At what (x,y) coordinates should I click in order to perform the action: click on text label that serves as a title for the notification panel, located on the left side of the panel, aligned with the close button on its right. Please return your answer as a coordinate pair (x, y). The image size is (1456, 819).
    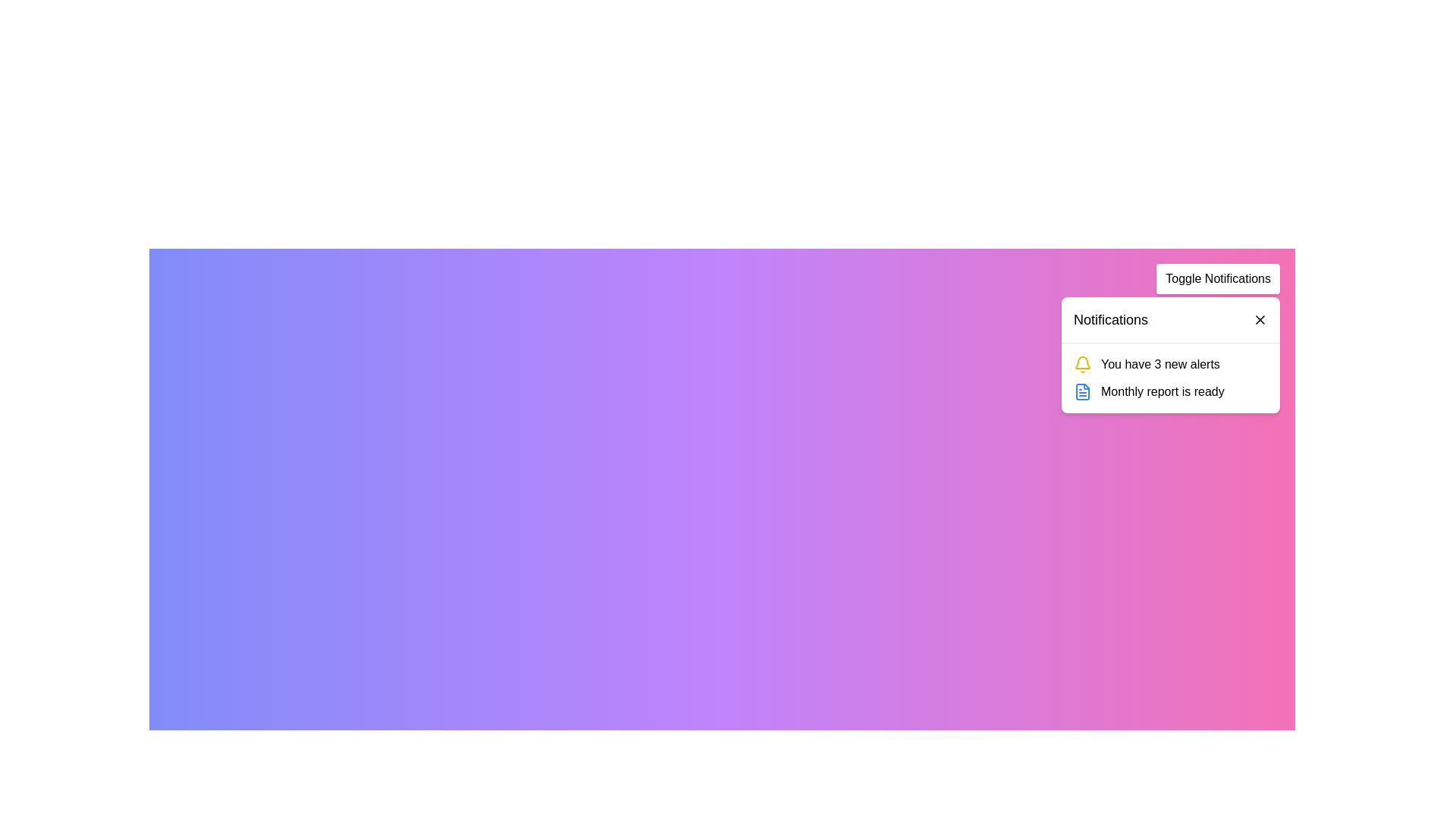
    Looking at the image, I should click on (1110, 318).